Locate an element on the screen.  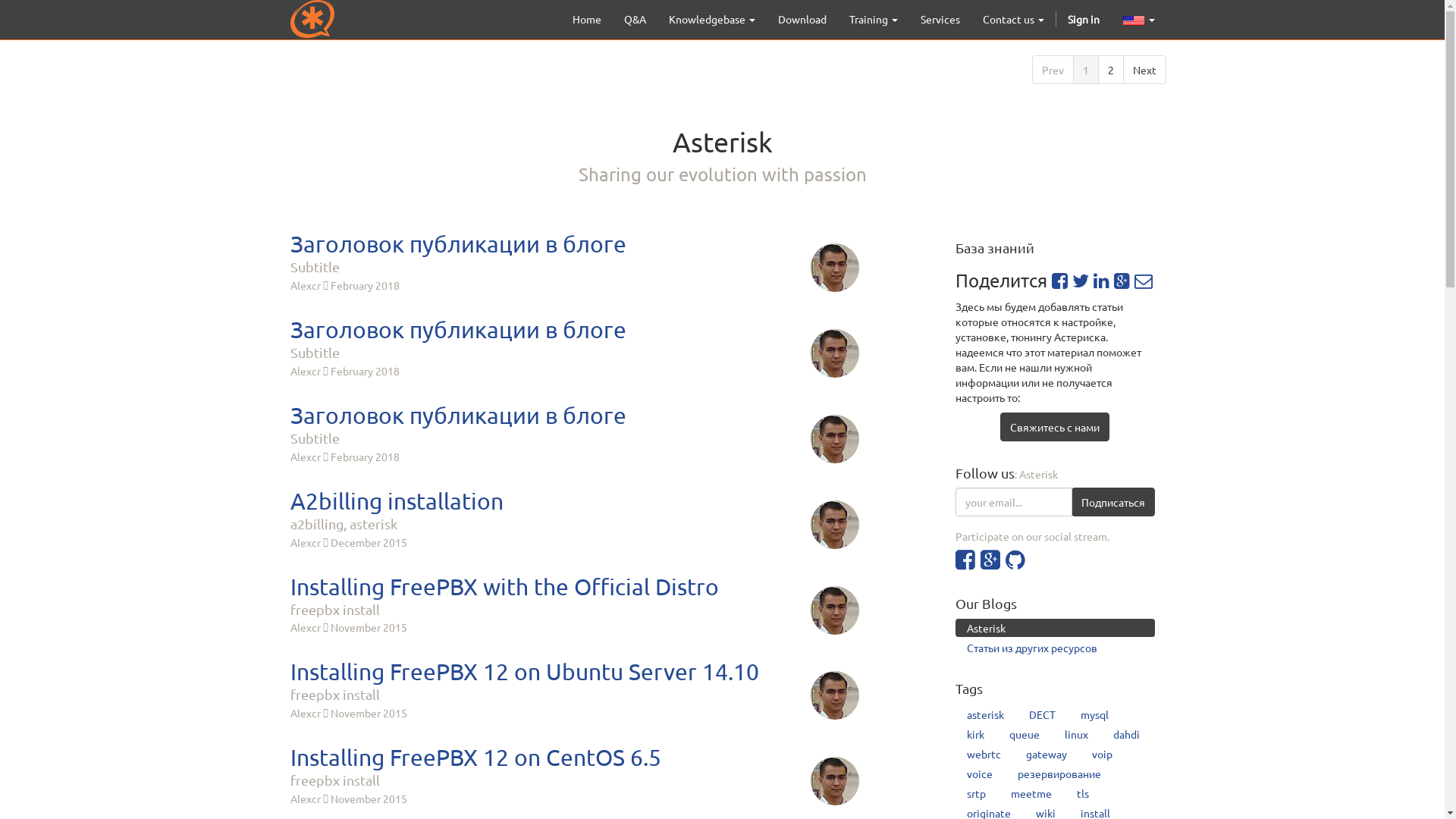
'Asterisk Service' is located at coordinates (311, 18).